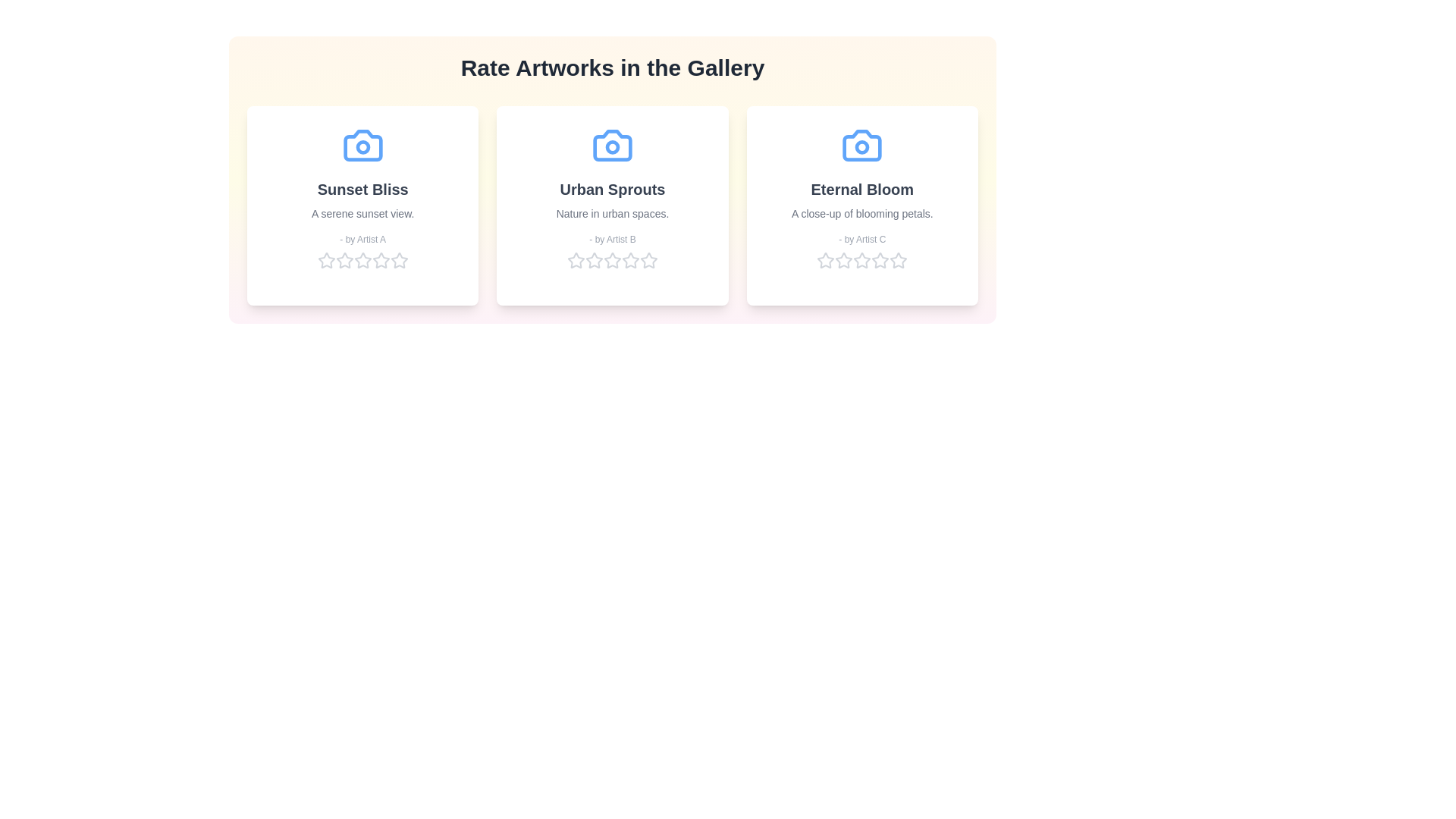 The height and width of the screenshot is (819, 1456). Describe the element at coordinates (325, 259) in the screenshot. I see `the star corresponding to 1 for the artwork 'Sunset Bliss' to set its rating` at that location.